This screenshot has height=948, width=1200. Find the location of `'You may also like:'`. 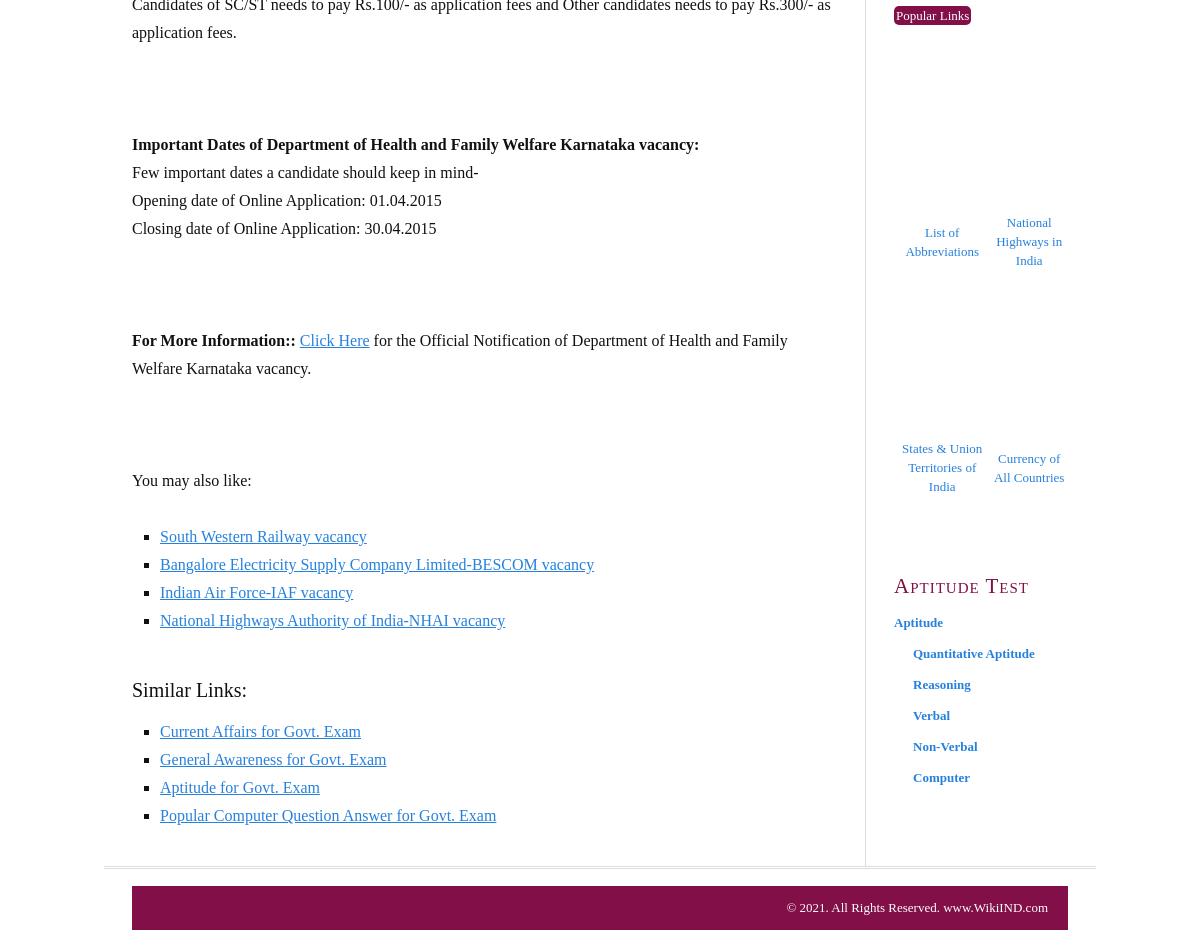

'You may also like:' is located at coordinates (190, 480).